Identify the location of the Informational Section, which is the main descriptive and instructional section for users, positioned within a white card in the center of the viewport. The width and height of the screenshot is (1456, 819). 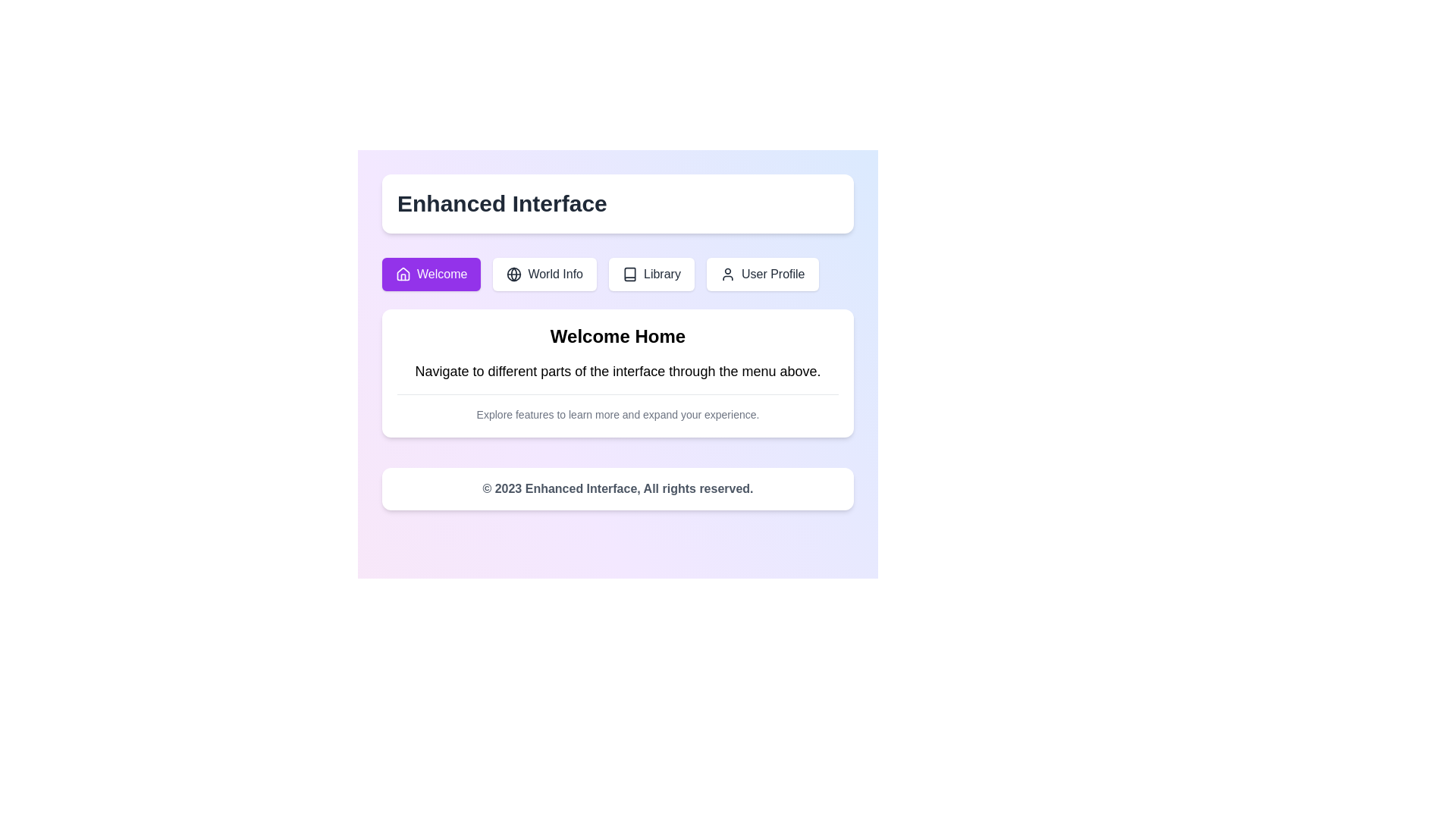
(618, 373).